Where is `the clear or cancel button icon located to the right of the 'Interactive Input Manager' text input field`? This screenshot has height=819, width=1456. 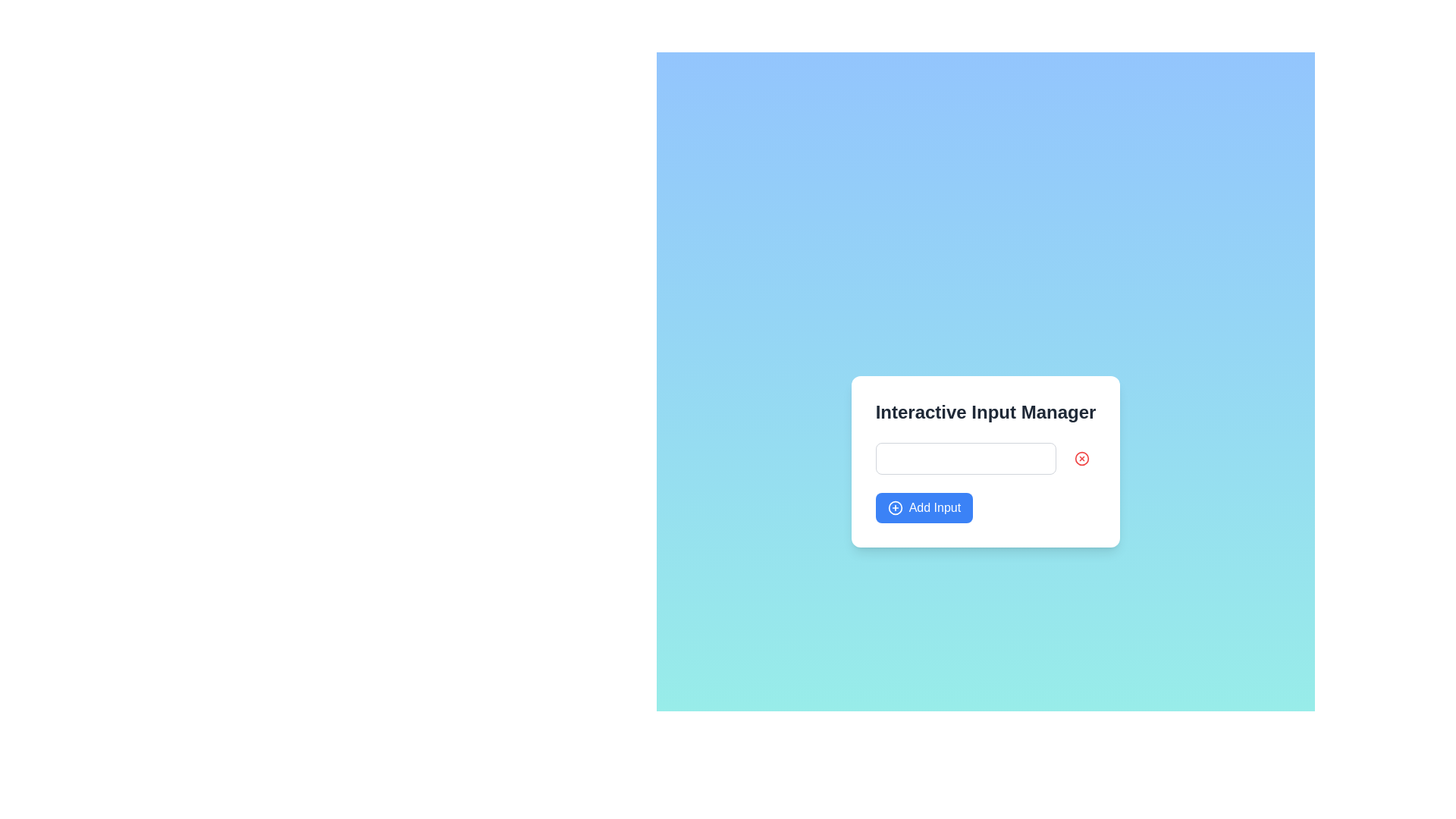
the clear or cancel button icon located to the right of the 'Interactive Input Manager' text input field is located at coordinates (1081, 458).